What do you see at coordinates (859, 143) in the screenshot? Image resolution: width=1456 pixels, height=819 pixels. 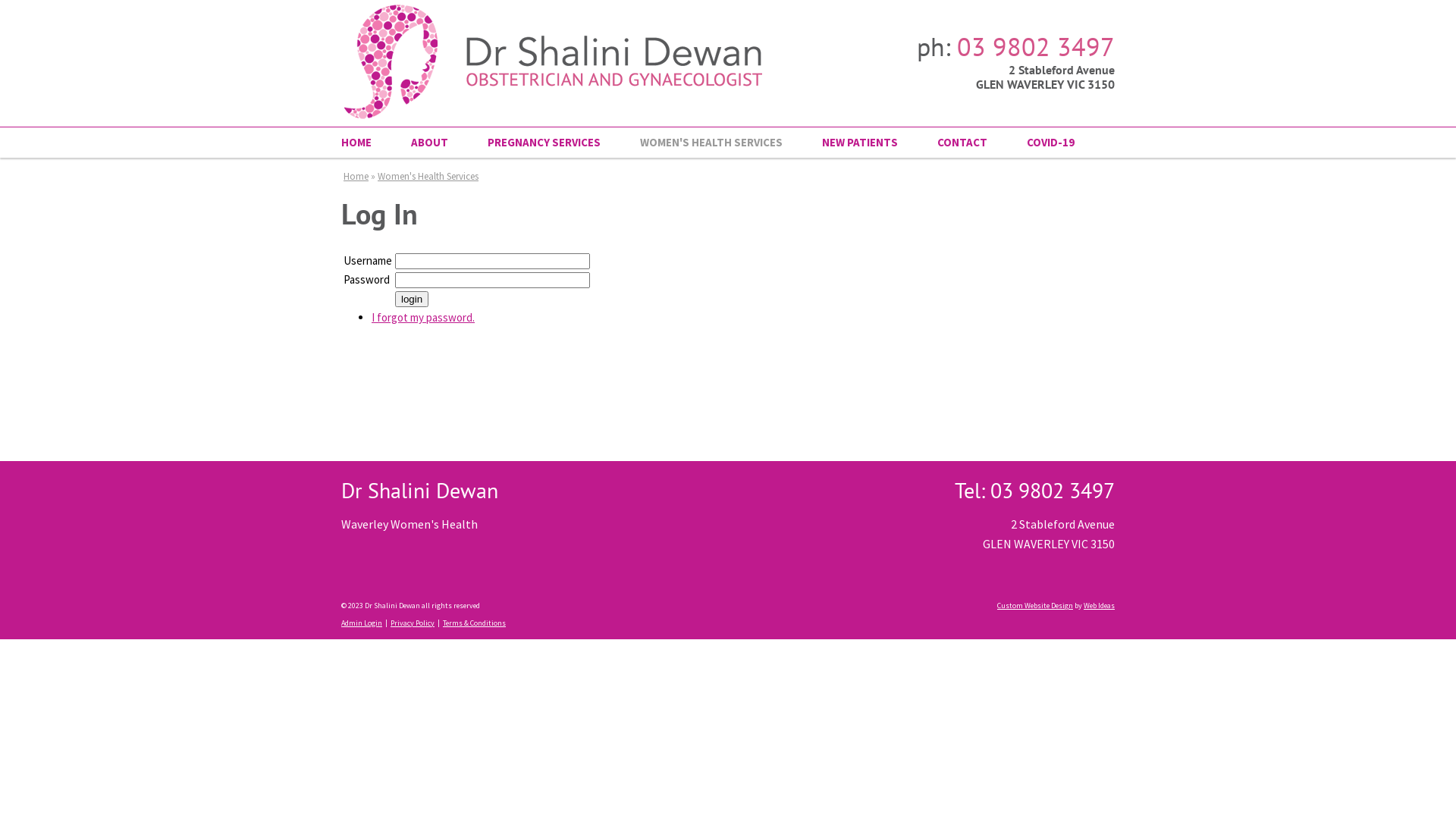 I see `'NEW PATIENTS'` at bounding box center [859, 143].